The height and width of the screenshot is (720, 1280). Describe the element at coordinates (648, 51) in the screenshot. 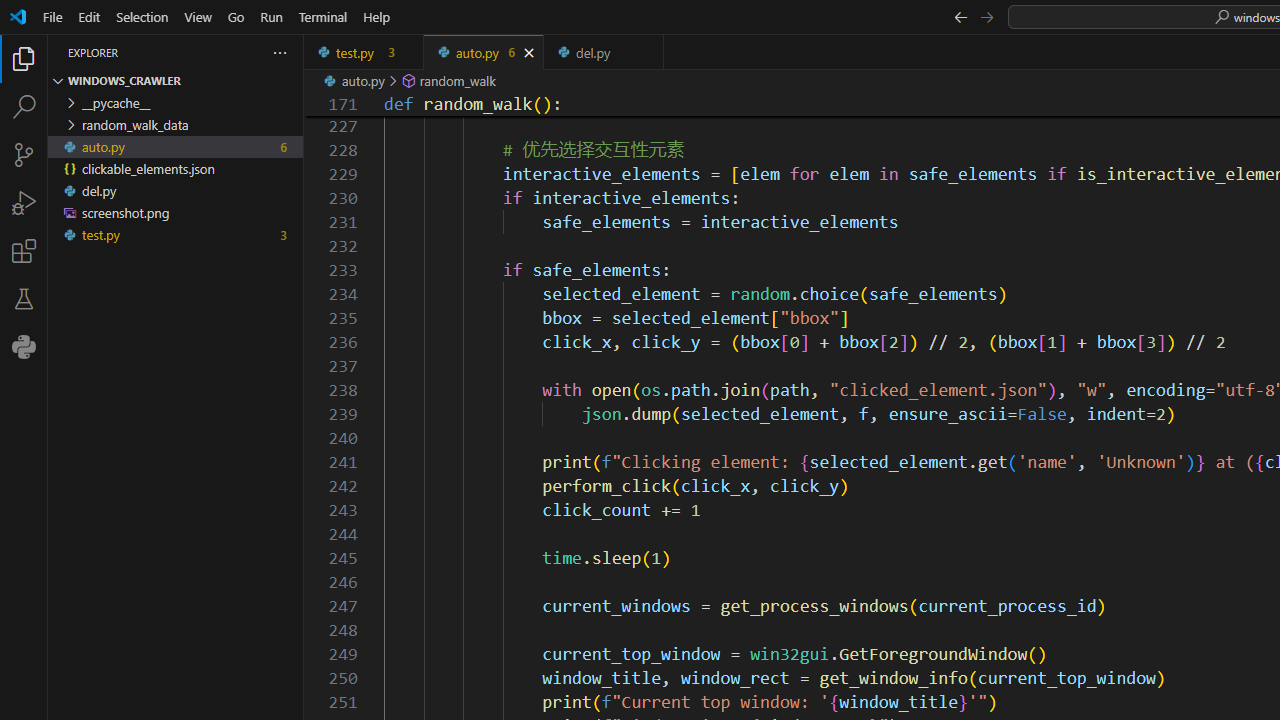

I see `'Tab actions'` at that location.